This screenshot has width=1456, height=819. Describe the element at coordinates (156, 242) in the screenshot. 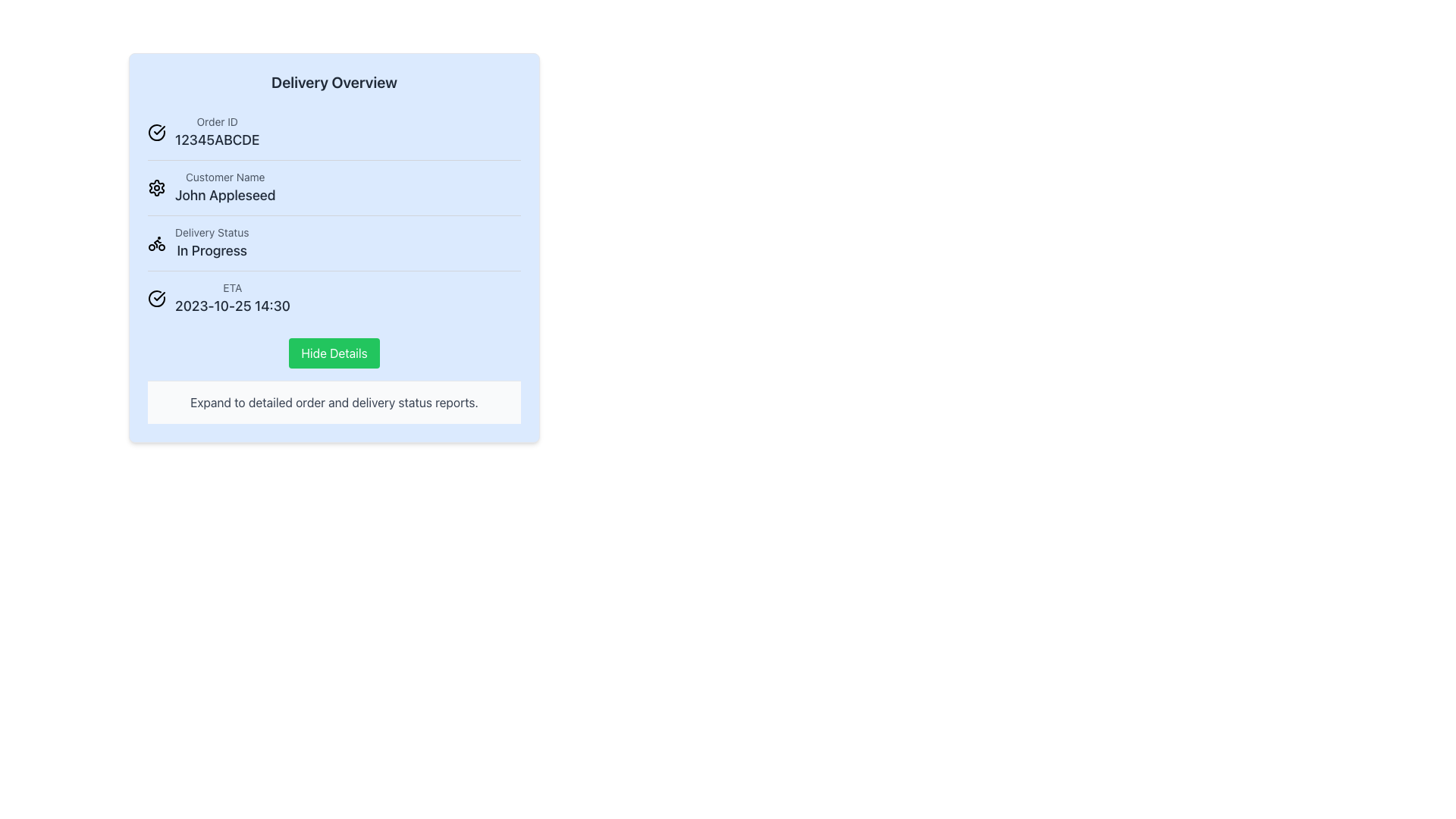

I see `the bicycle icon with a black outline in the Delivery Overview card, which is positioned before the text 'Delivery Status' and 'In Progress'` at that location.